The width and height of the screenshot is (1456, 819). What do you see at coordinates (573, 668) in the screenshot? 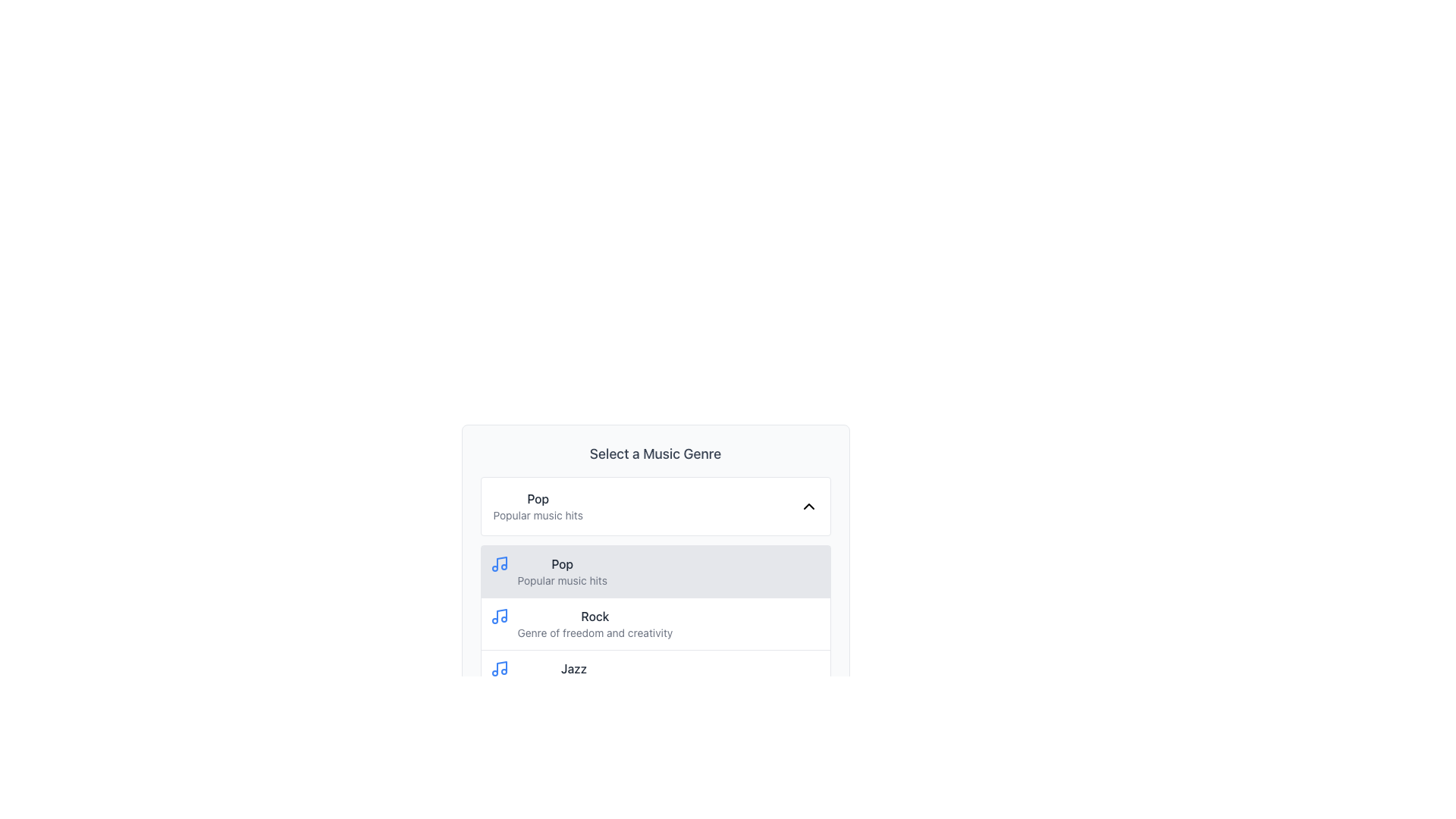
I see `the text label displaying 'Jazz', which is the third option in the music genre selection list` at bounding box center [573, 668].